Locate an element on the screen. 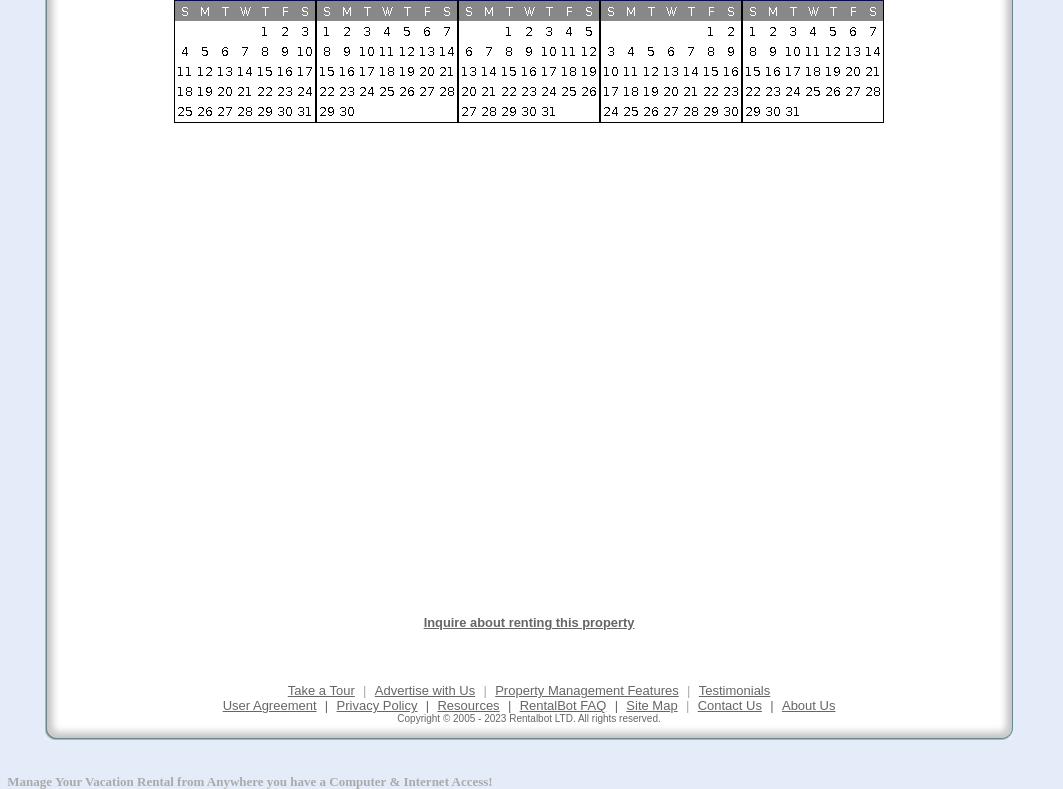 The width and height of the screenshot is (1063, 789). 'User Agreement' is located at coordinates (269, 704).